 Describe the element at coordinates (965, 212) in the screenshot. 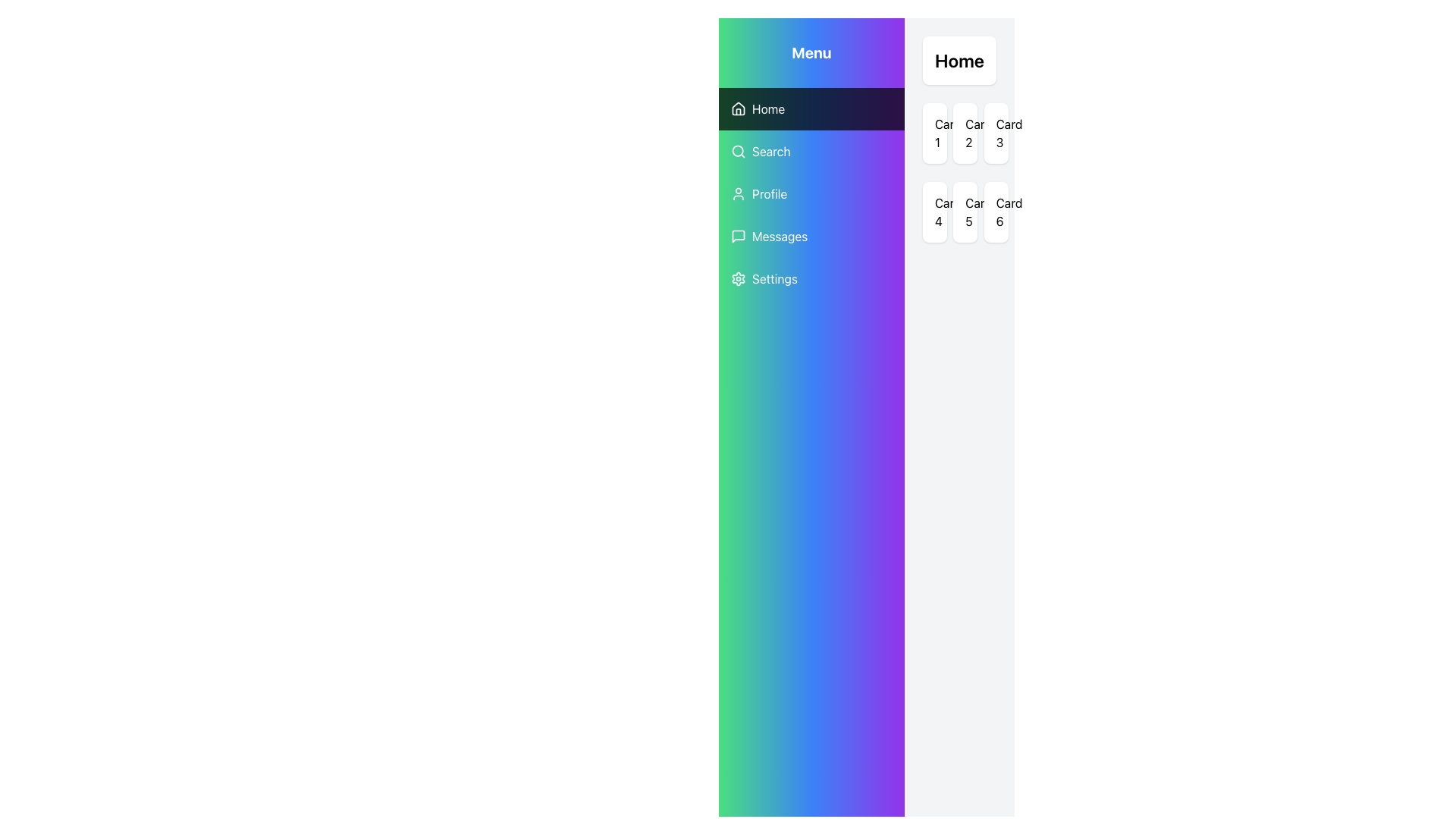

I see `the visual content card located in the second row, second column of the grid to interact with it` at that location.